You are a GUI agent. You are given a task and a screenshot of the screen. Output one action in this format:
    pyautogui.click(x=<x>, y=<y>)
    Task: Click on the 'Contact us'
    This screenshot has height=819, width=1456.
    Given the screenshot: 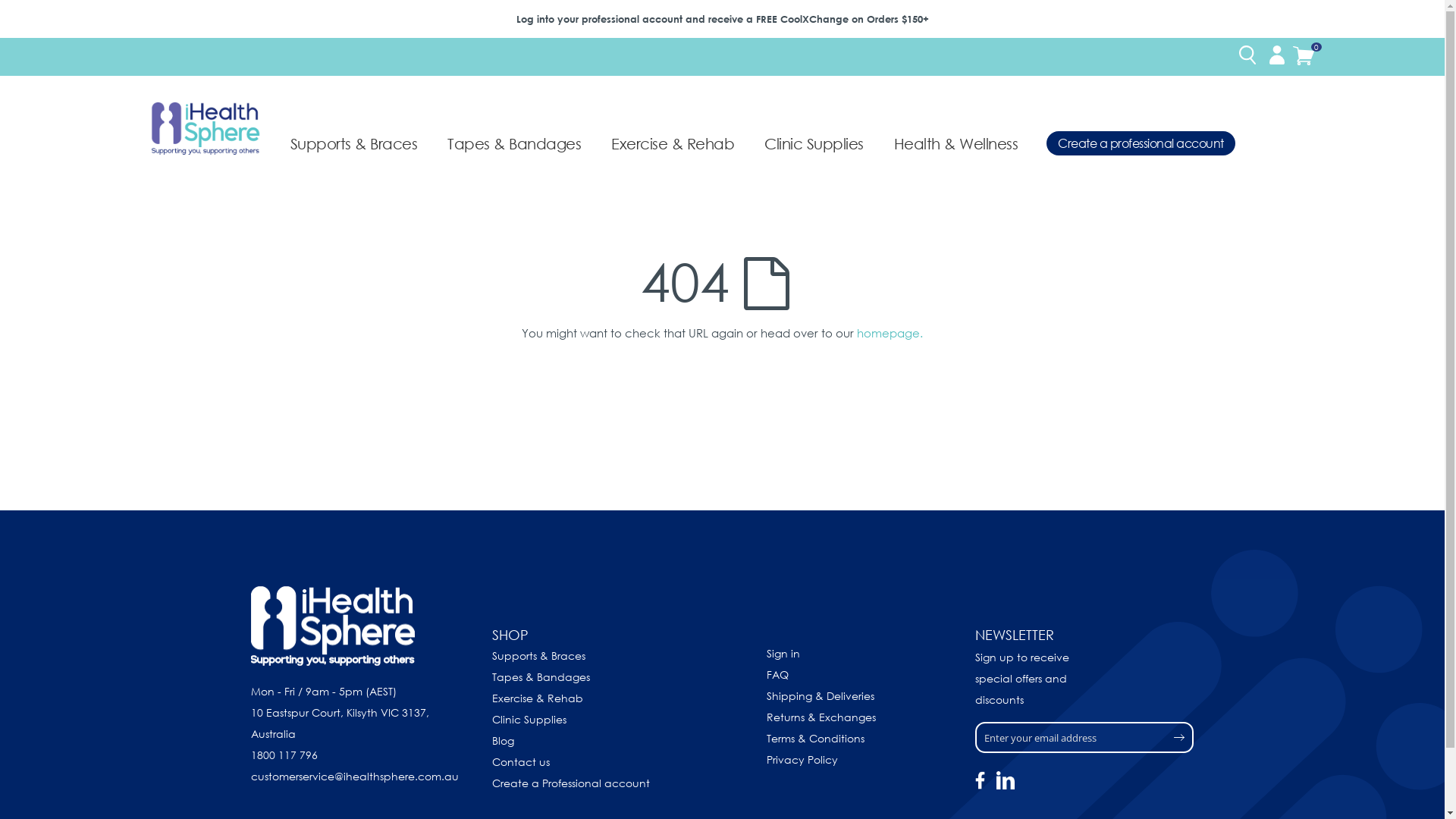 What is the action you would take?
    pyautogui.click(x=520, y=761)
    